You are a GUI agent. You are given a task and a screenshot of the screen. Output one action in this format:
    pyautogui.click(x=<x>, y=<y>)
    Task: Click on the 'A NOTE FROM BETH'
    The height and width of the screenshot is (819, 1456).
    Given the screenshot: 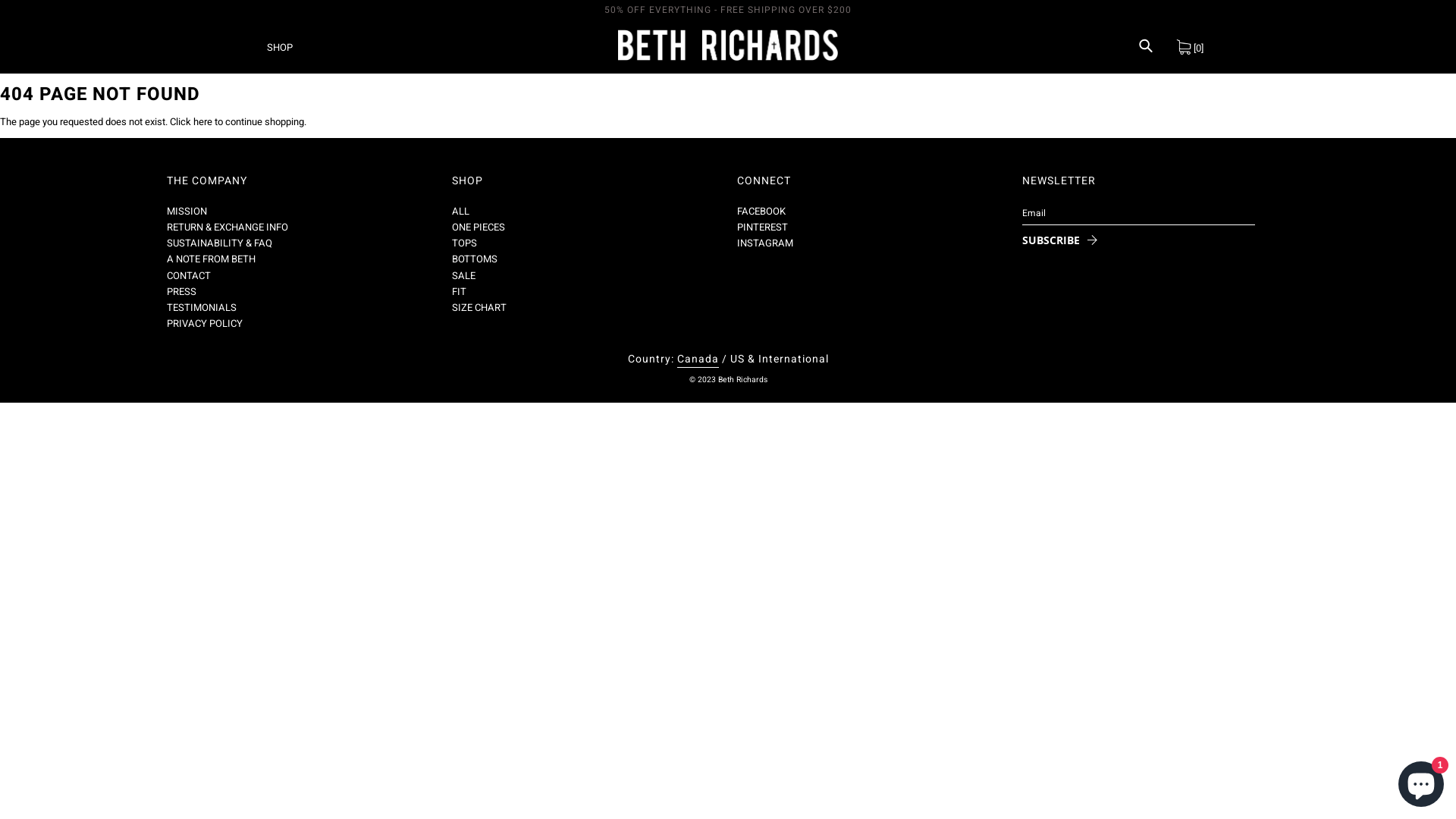 What is the action you would take?
    pyautogui.click(x=167, y=258)
    